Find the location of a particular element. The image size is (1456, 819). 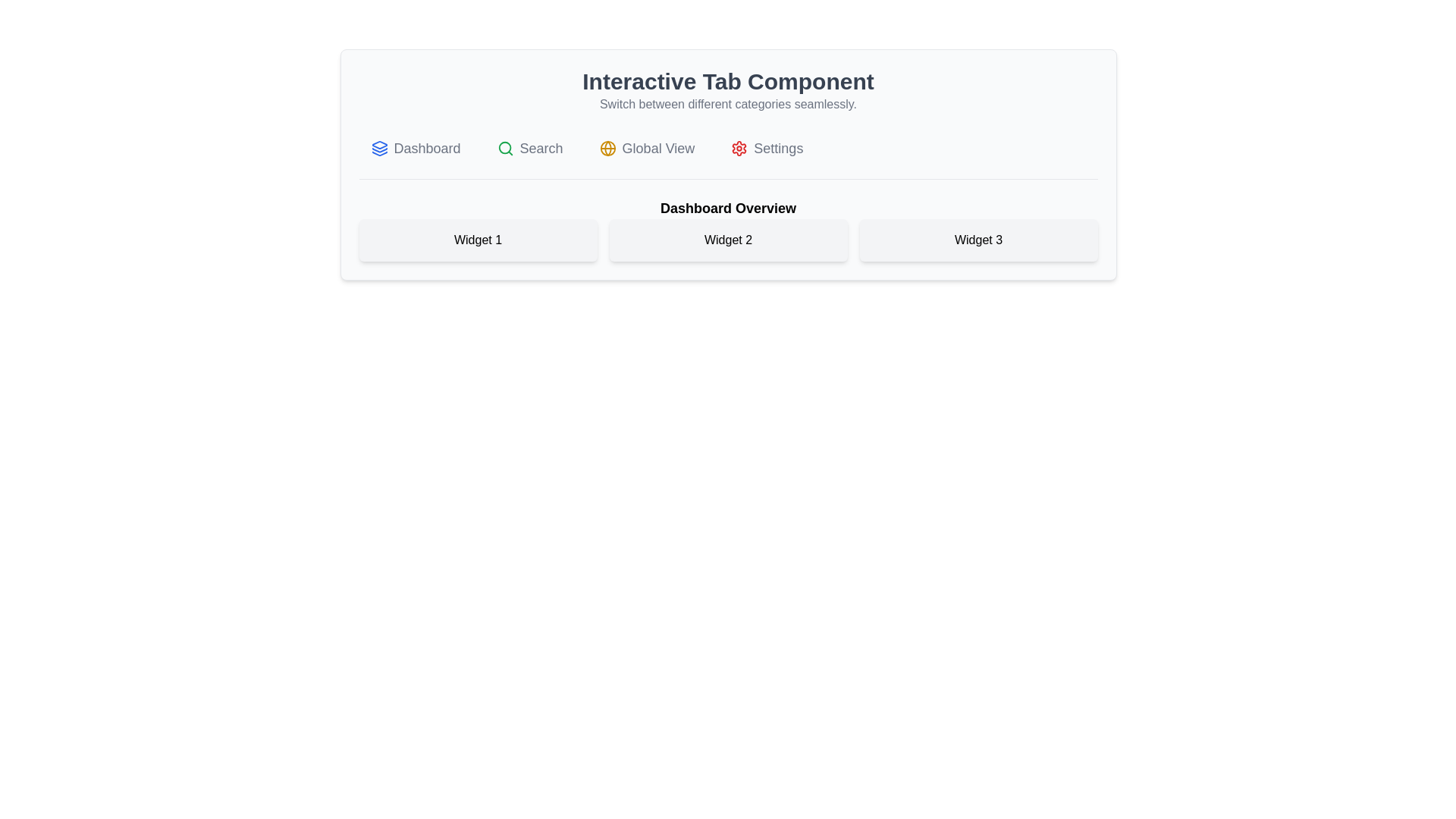

the circular decorative element of the search icon, which is the second tab icon in the navigation header is located at coordinates (504, 148).